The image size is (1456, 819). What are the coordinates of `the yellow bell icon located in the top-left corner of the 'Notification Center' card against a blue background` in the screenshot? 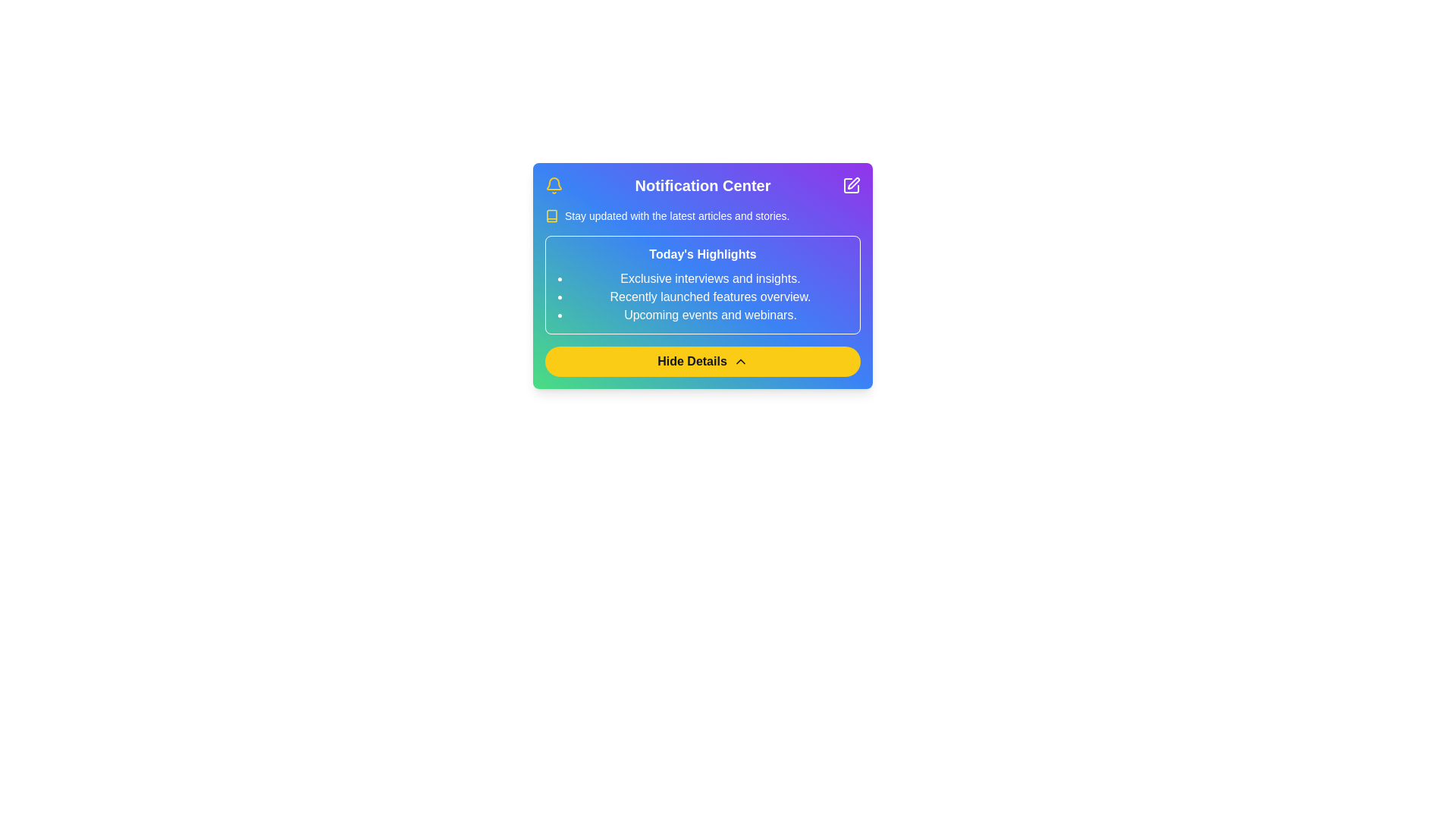 It's located at (553, 185).